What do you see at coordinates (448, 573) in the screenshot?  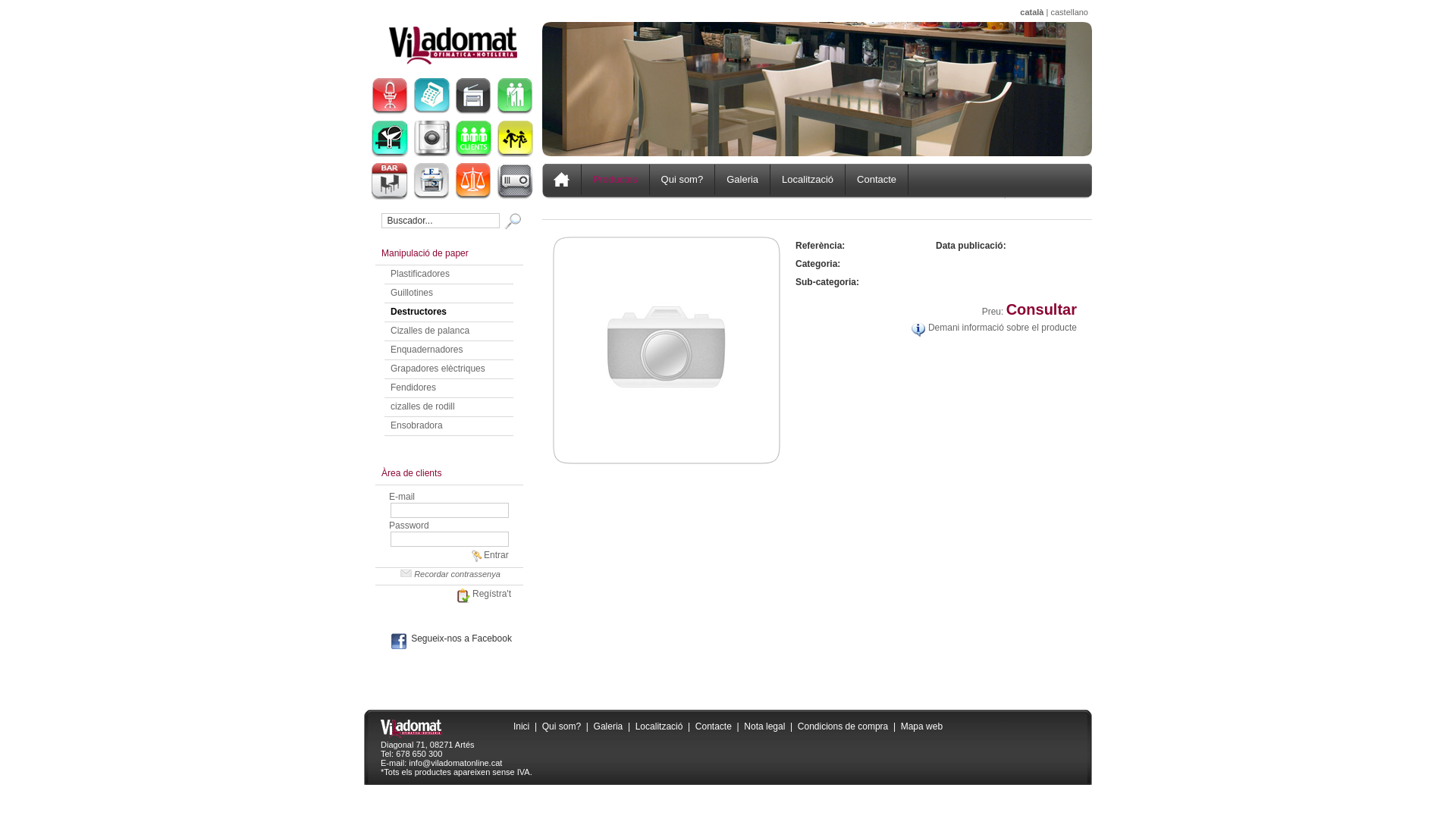 I see `'Recordar contrassenya'` at bounding box center [448, 573].